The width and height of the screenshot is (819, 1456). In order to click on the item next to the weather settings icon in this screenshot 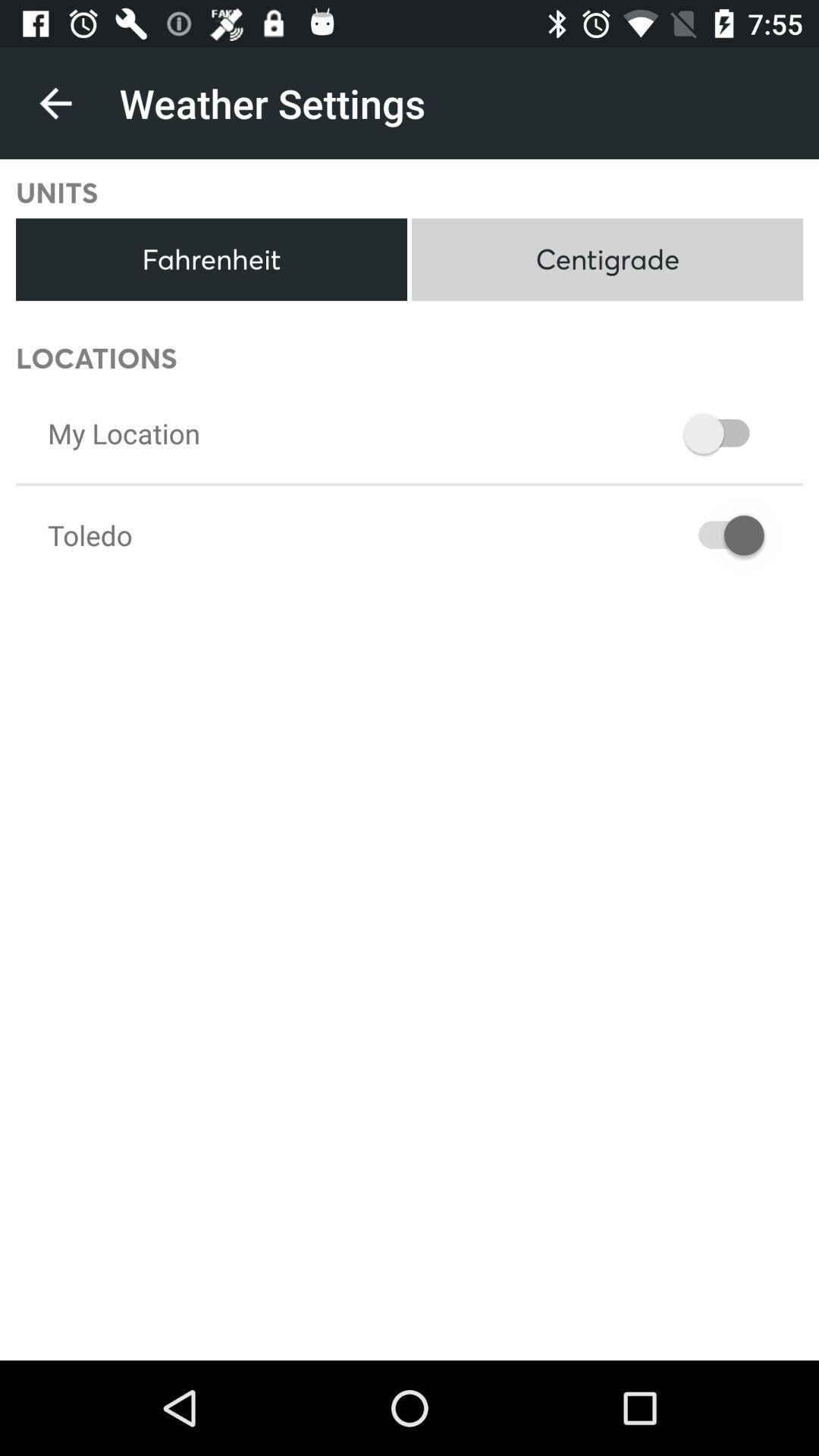, I will do `click(55, 102)`.